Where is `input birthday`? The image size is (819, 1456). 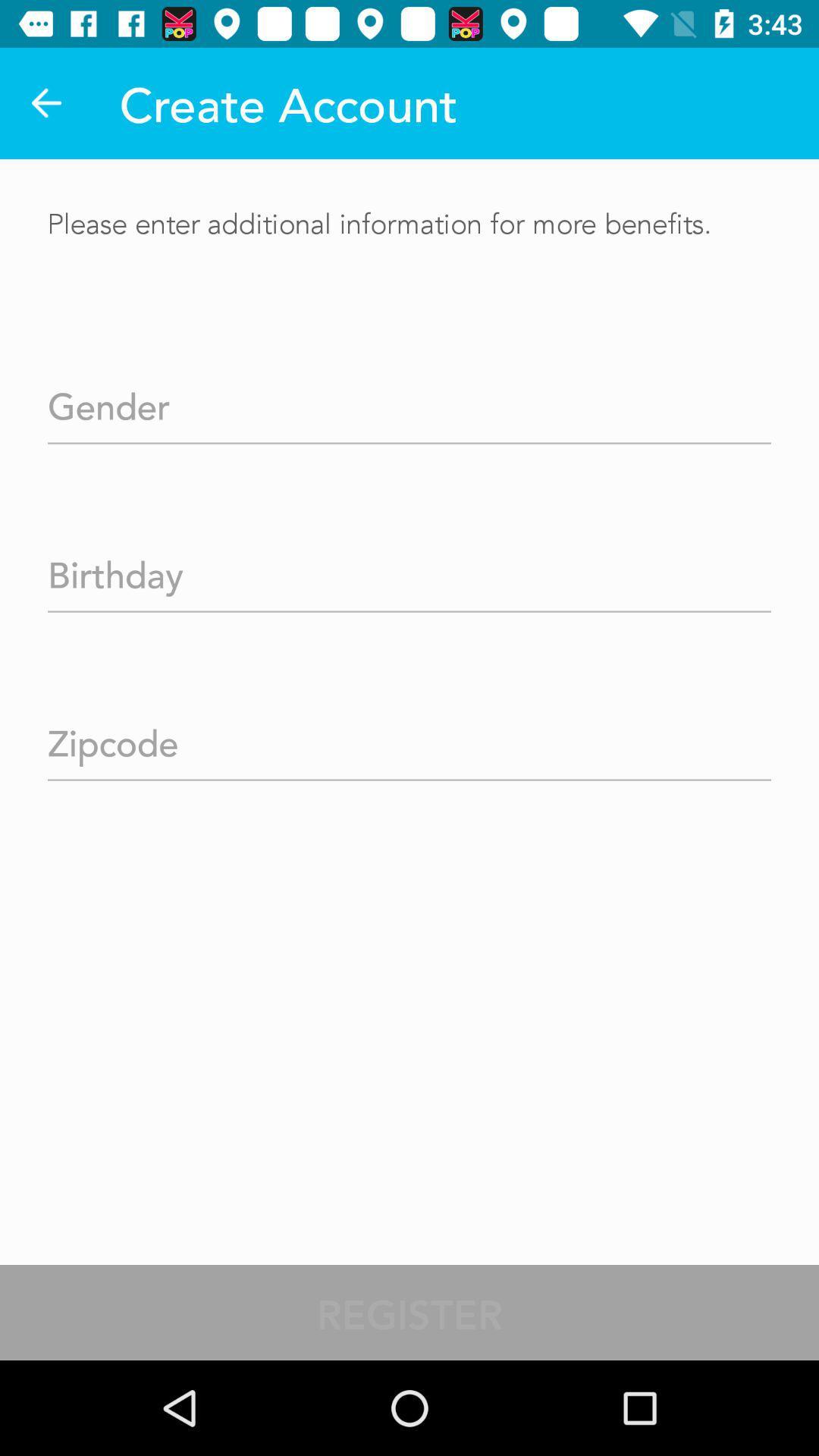 input birthday is located at coordinates (409, 569).